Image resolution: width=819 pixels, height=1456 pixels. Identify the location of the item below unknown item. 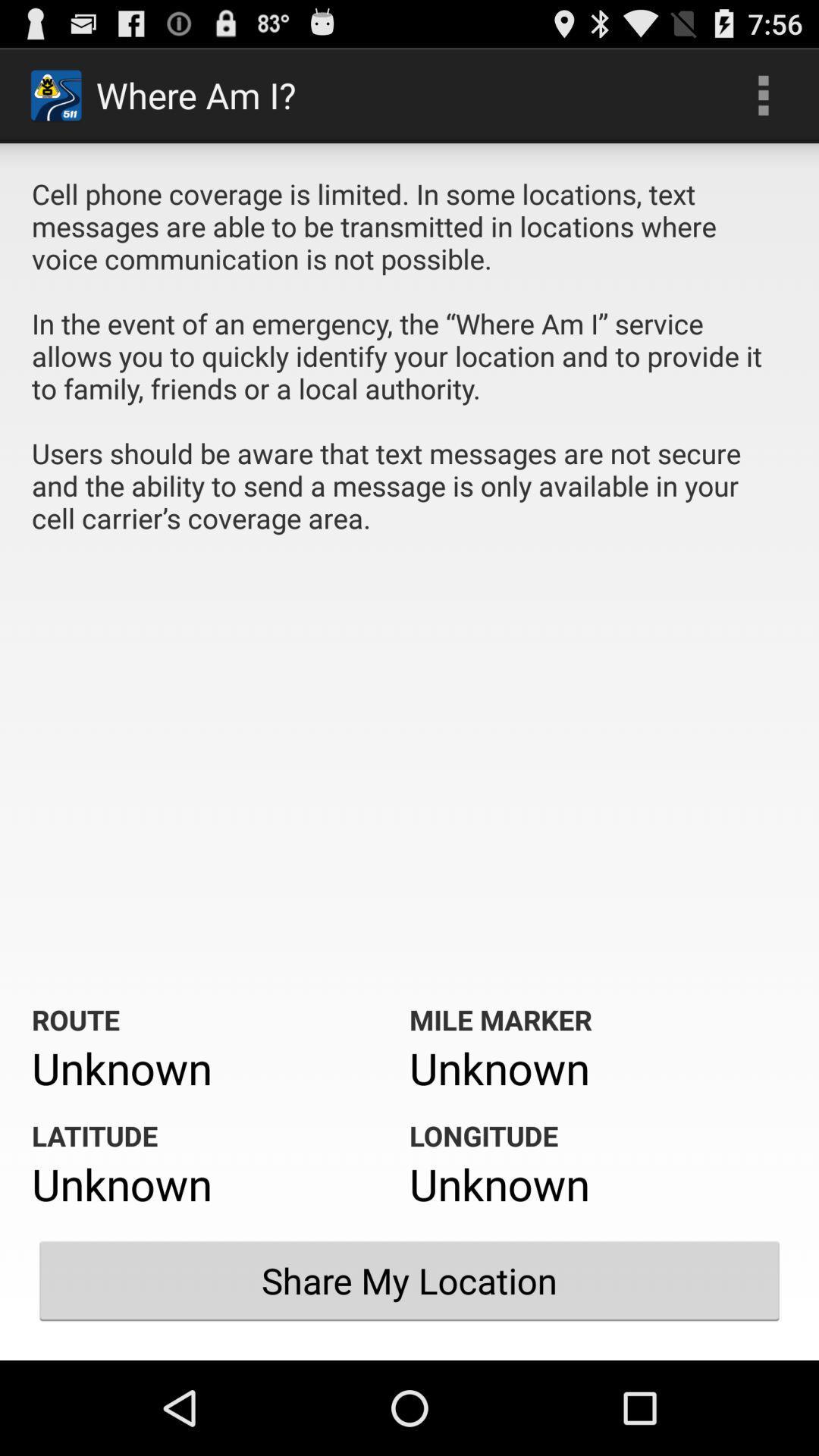
(409, 1280).